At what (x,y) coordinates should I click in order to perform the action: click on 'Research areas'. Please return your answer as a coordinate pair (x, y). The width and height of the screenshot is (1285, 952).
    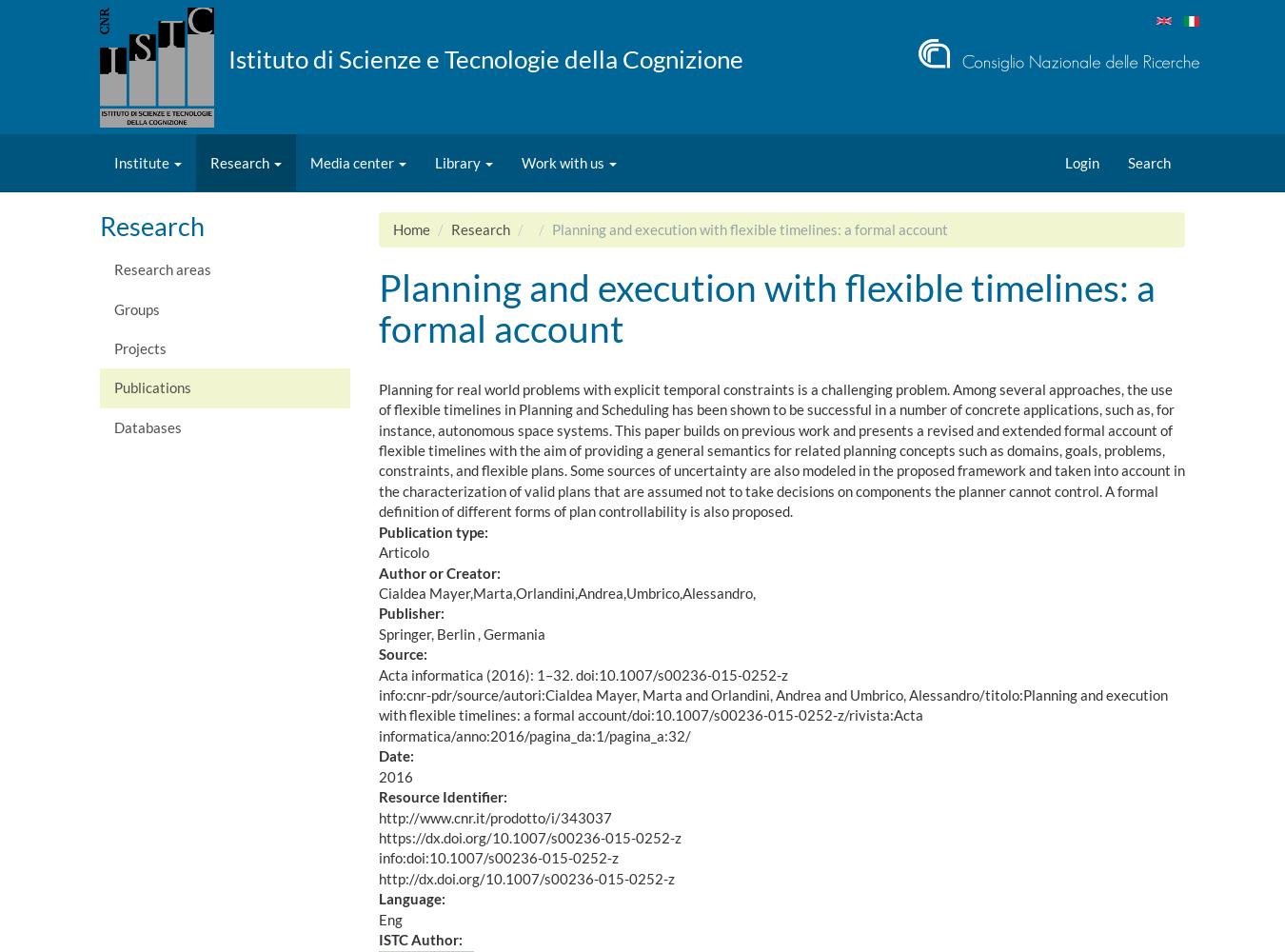
    Looking at the image, I should click on (163, 269).